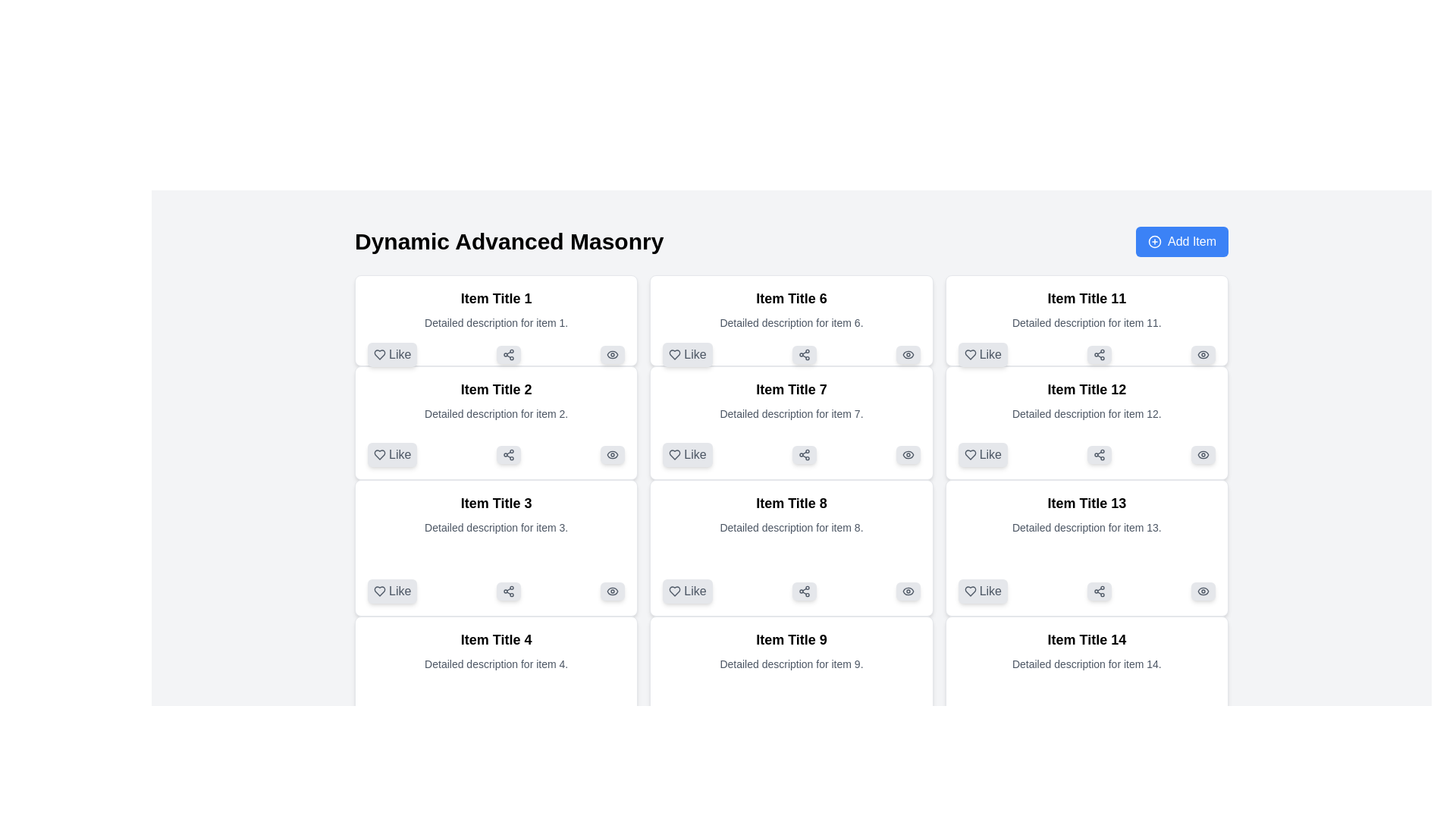 This screenshot has width=1456, height=819. Describe the element at coordinates (509, 590) in the screenshot. I see `the second button with a light gray background and a share icon, located at the bottom of the 'Item Title 3' card` at that location.